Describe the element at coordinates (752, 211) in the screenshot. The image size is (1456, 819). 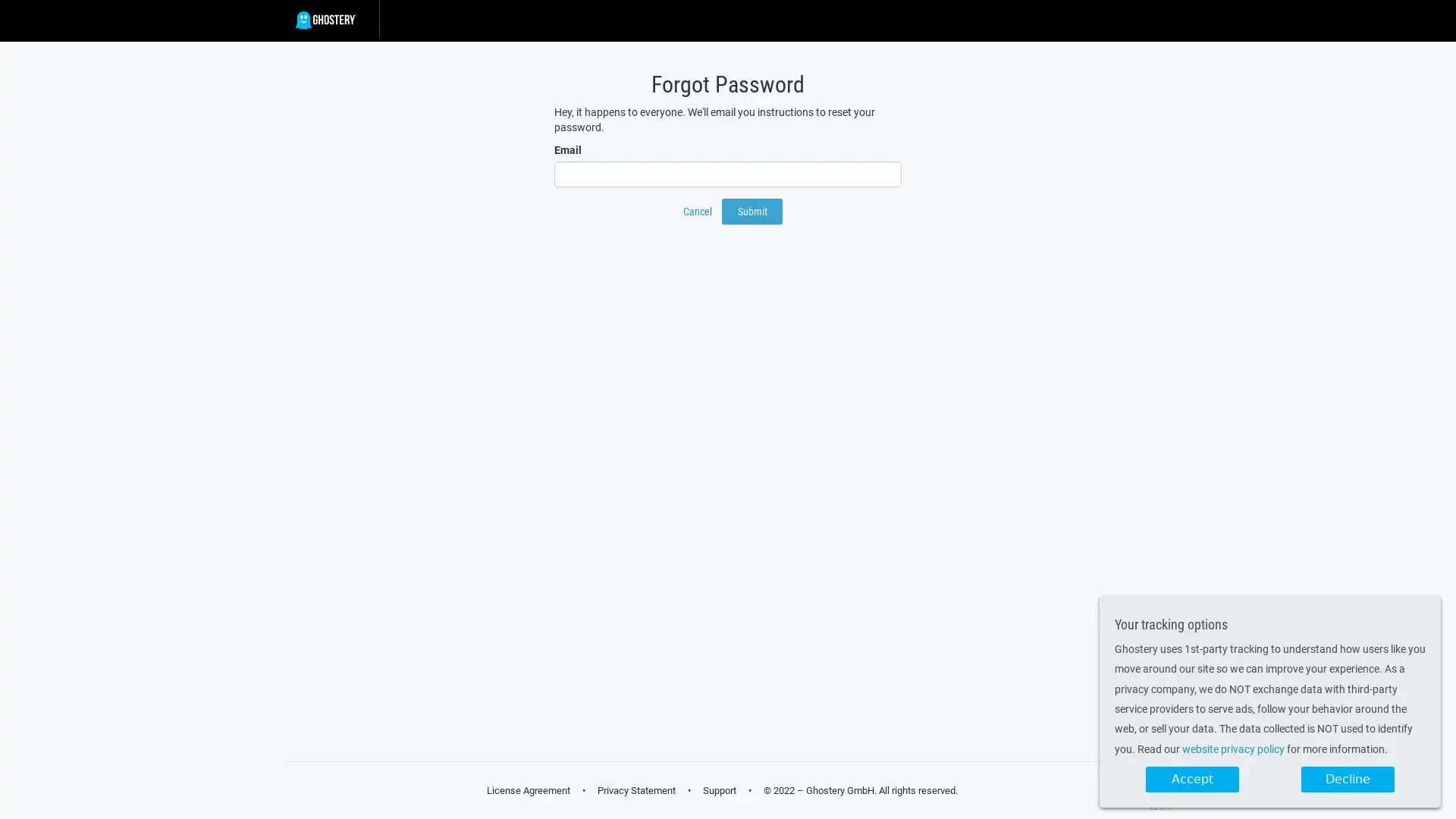
I see `Submit` at that location.